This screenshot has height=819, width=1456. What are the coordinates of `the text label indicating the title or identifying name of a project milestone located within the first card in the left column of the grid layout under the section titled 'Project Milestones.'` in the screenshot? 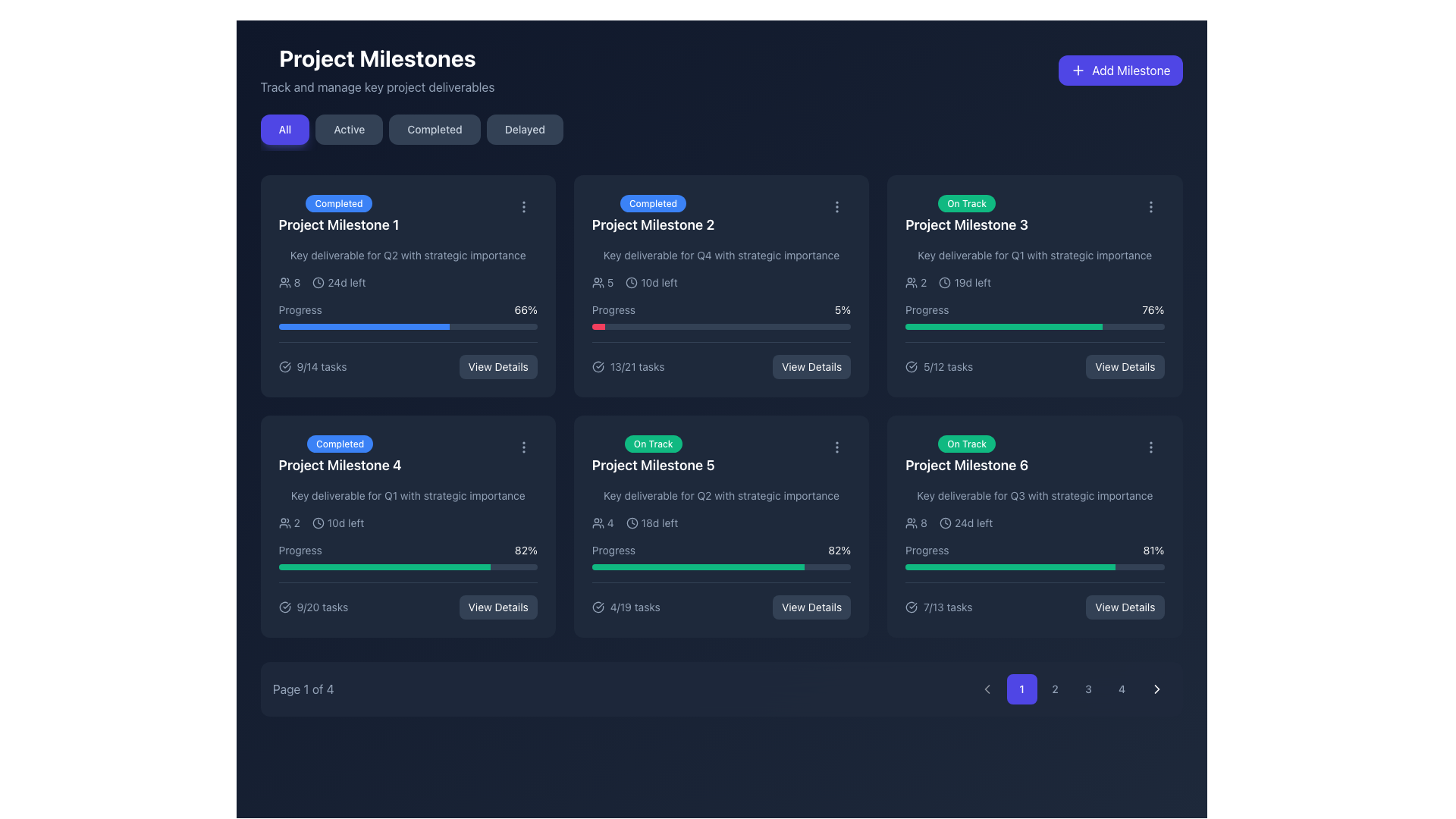 It's located at (337, 225).